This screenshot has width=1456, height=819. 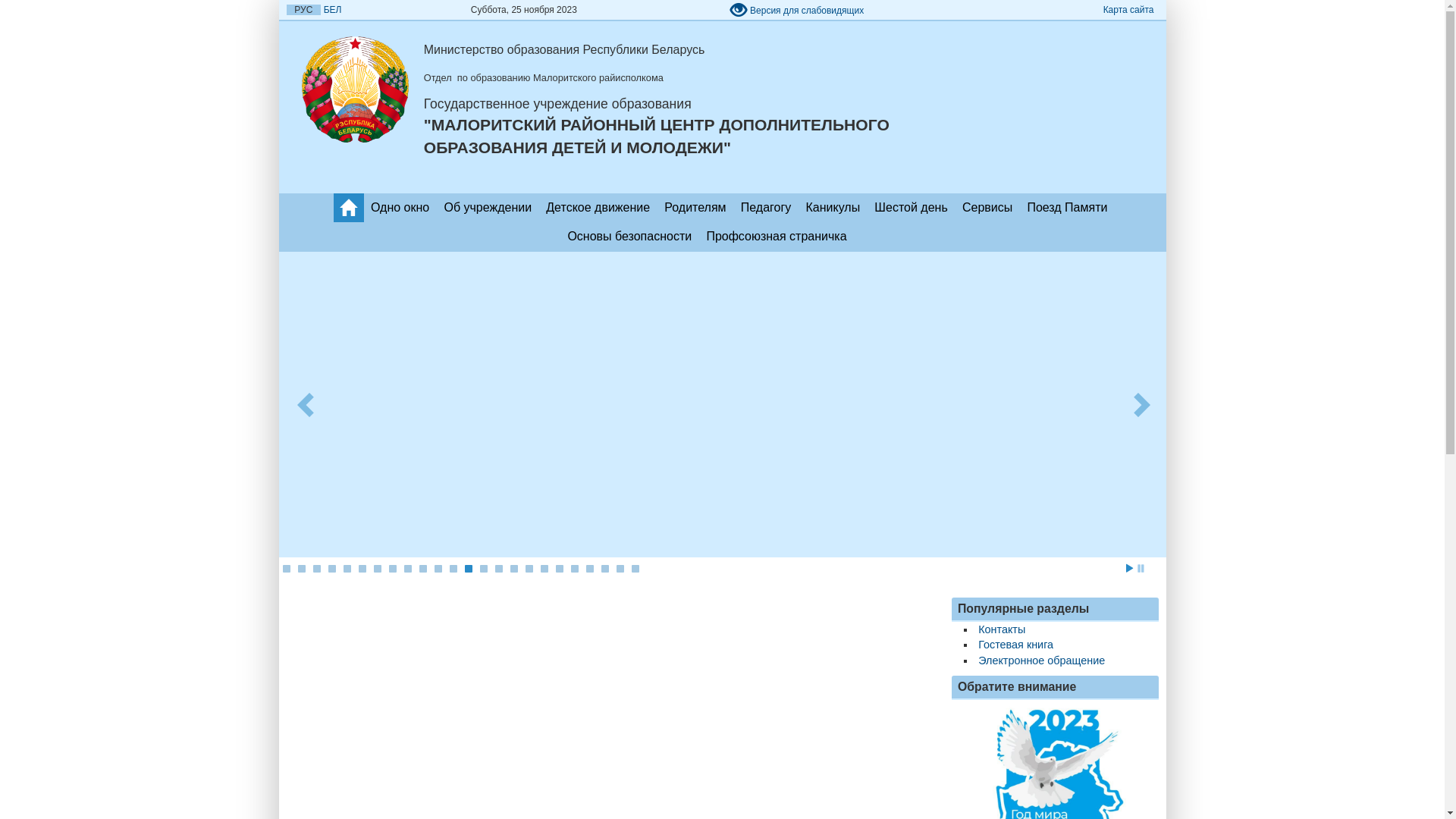 I want to click on '13', so click(x=467, y=568).